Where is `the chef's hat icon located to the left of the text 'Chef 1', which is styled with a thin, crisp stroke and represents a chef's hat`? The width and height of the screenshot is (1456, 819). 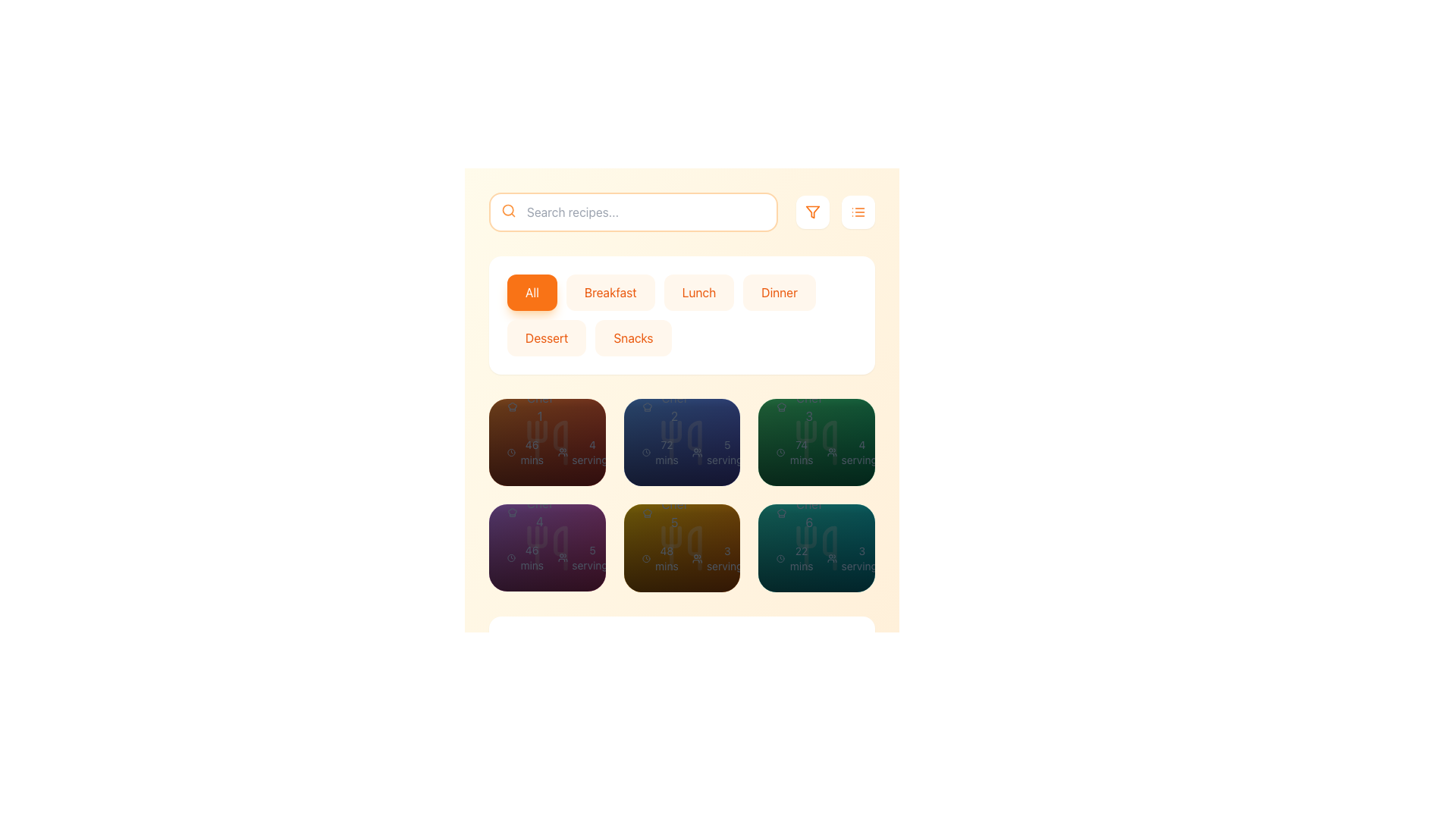
the chef's hat icon located to the left of the text 'Chef 1', which is styled with a thin, crisp stroke and represents a chef's hat is located at coordinates (513, 406).